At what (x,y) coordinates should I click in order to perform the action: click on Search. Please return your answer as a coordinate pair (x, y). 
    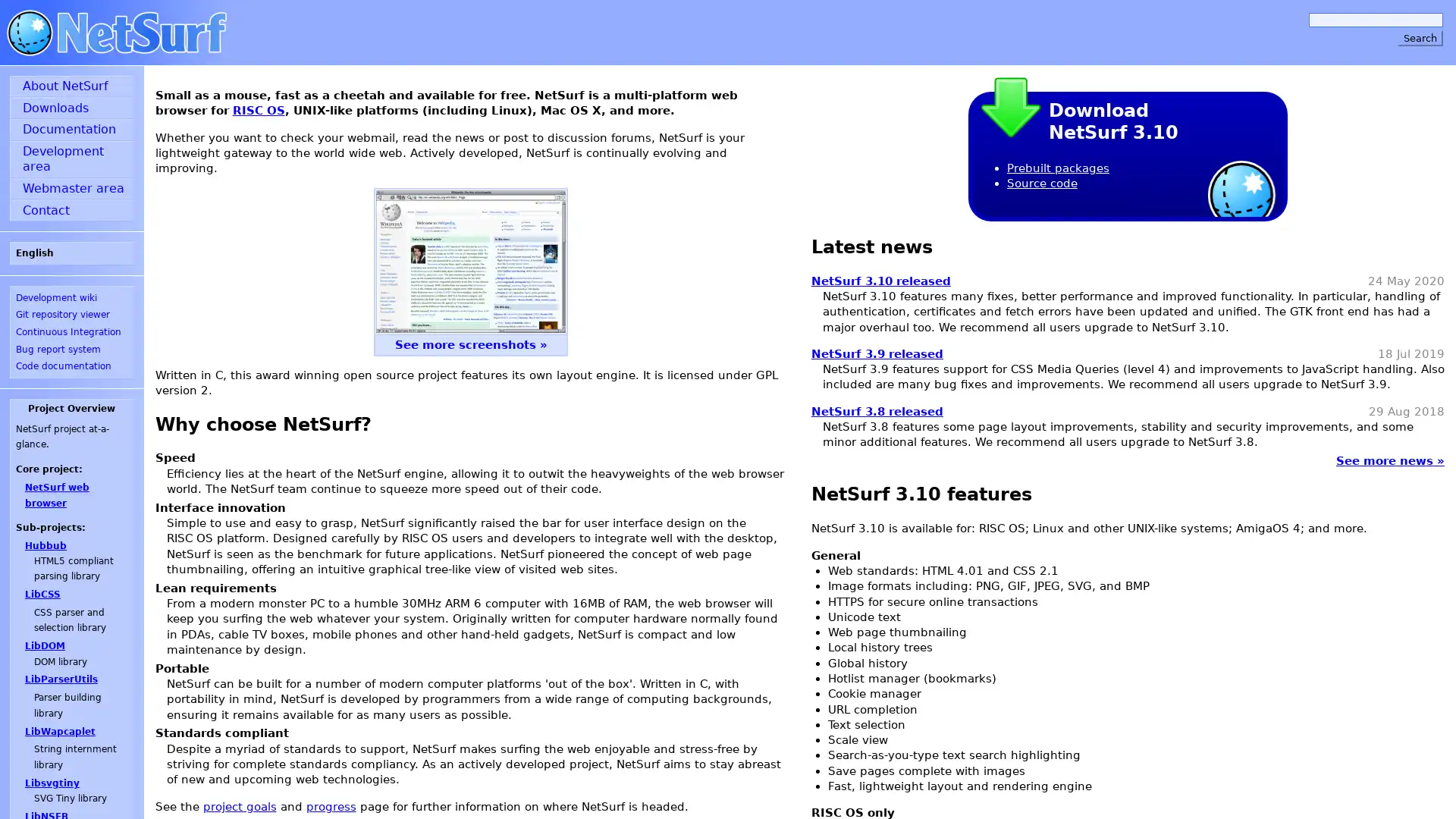
    Looking at the image, I should click on (1419, 37).